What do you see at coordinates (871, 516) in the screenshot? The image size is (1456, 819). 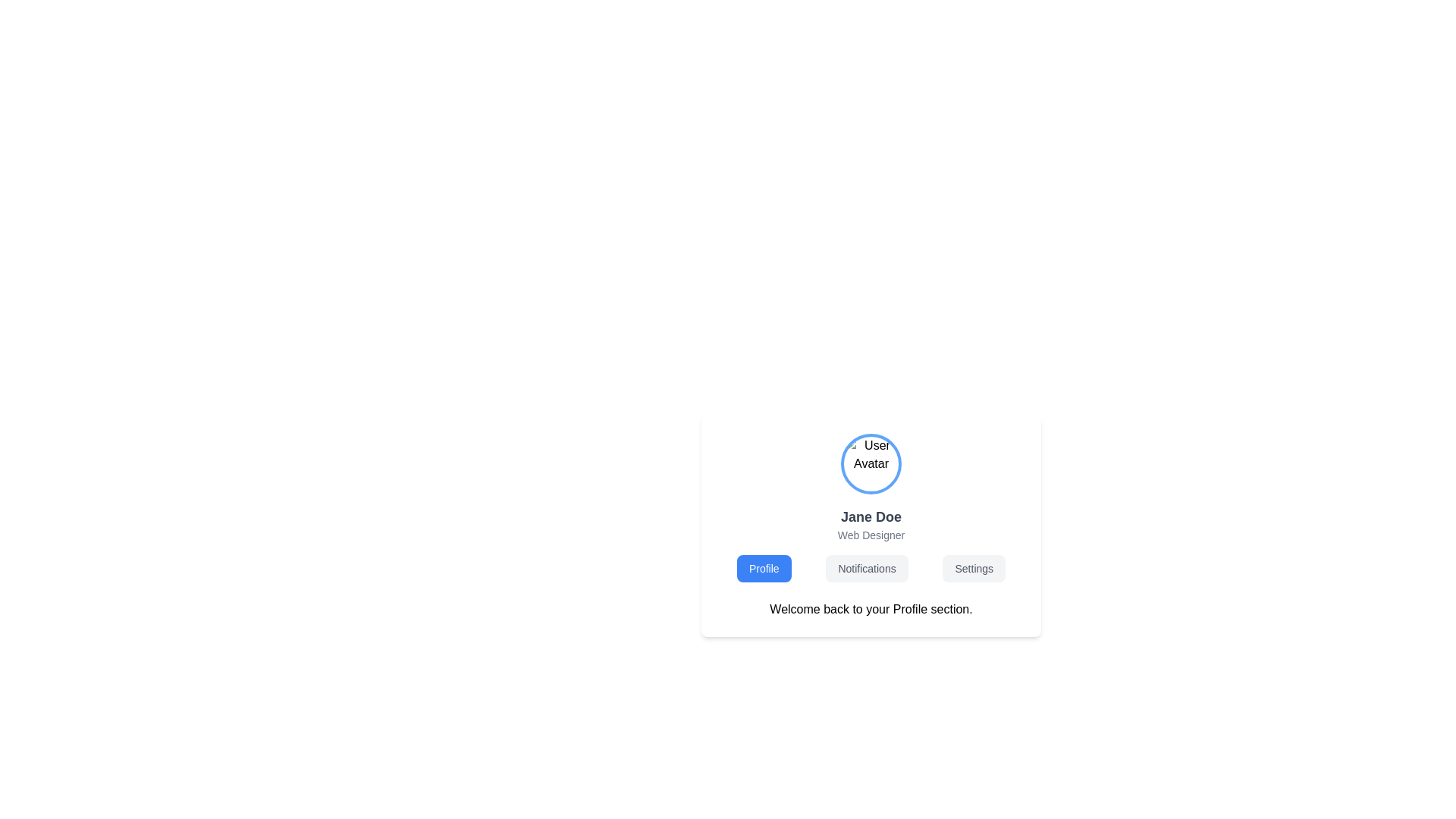 I see `the text label displaying 'Jane Doe', which is bold and gray, located near the top-center of the application layout` at bounding box center [871, 516].